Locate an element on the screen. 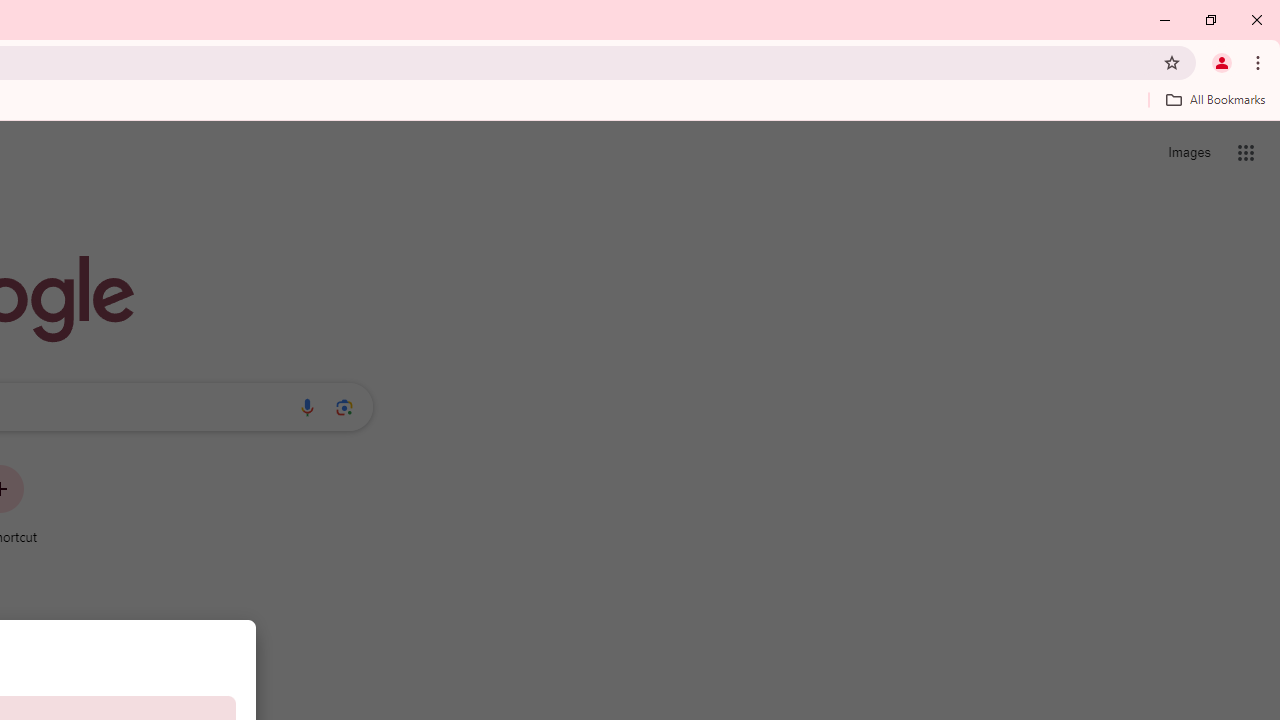 This screenshot has width=1280, height=720. 'Restore' is located at coordinates (1209, 20).